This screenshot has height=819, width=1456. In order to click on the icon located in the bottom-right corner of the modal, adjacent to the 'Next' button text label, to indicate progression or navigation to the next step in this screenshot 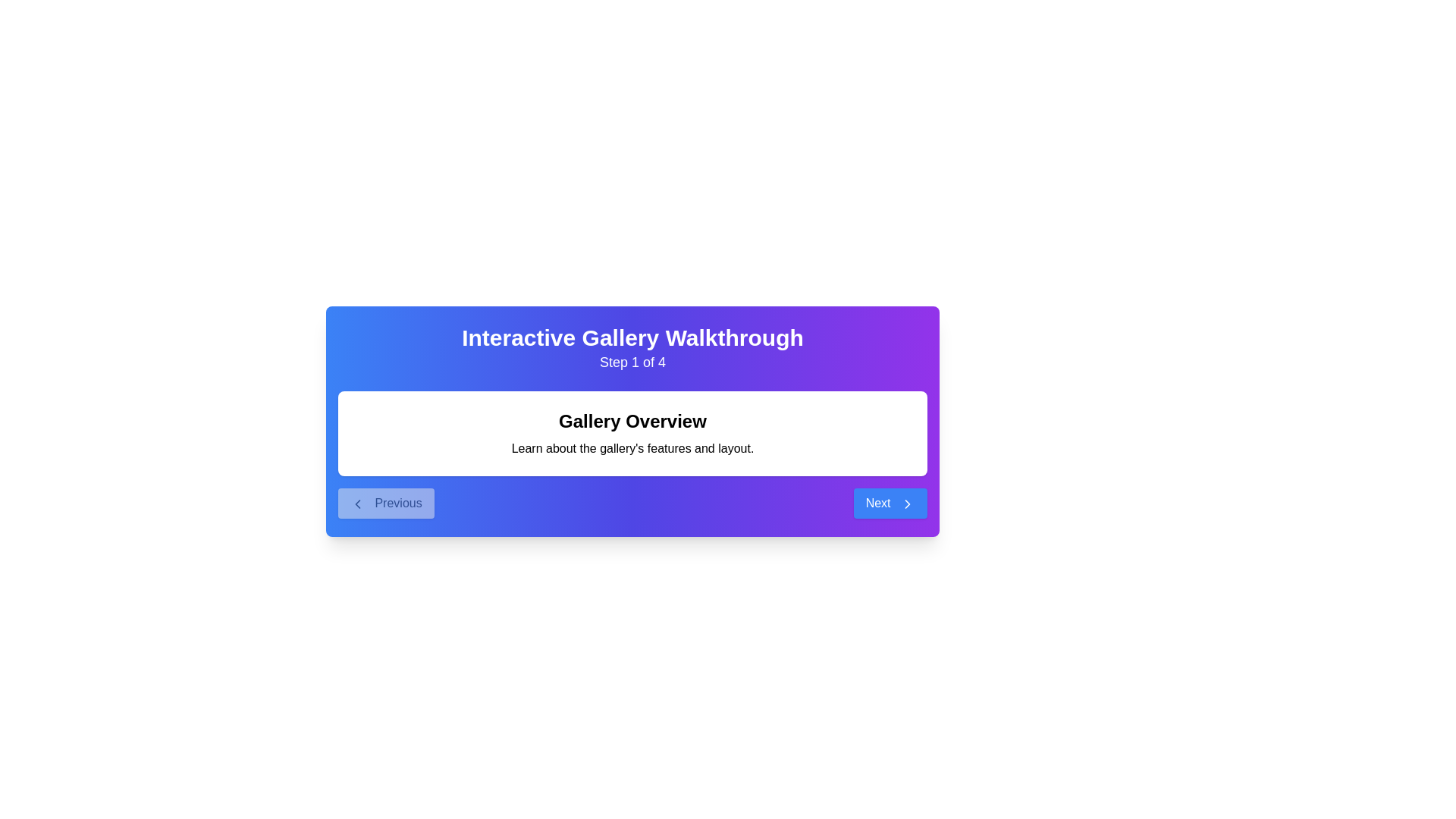, I will do `click(907, 503)`.